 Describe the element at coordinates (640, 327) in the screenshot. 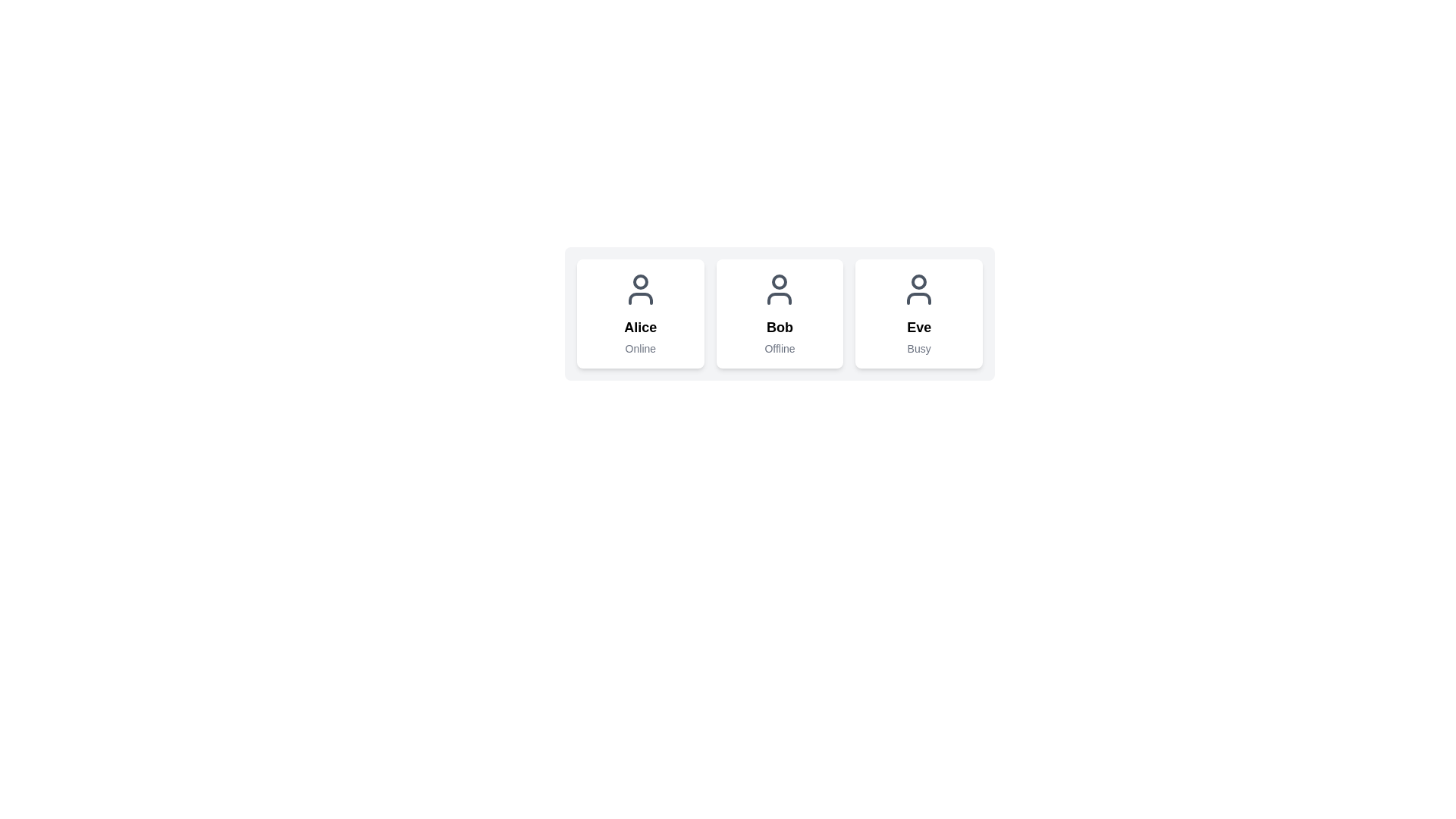

I see `the text label displaying 'Alice', which is centrally positioned in the card and styled in bold font` at that location.